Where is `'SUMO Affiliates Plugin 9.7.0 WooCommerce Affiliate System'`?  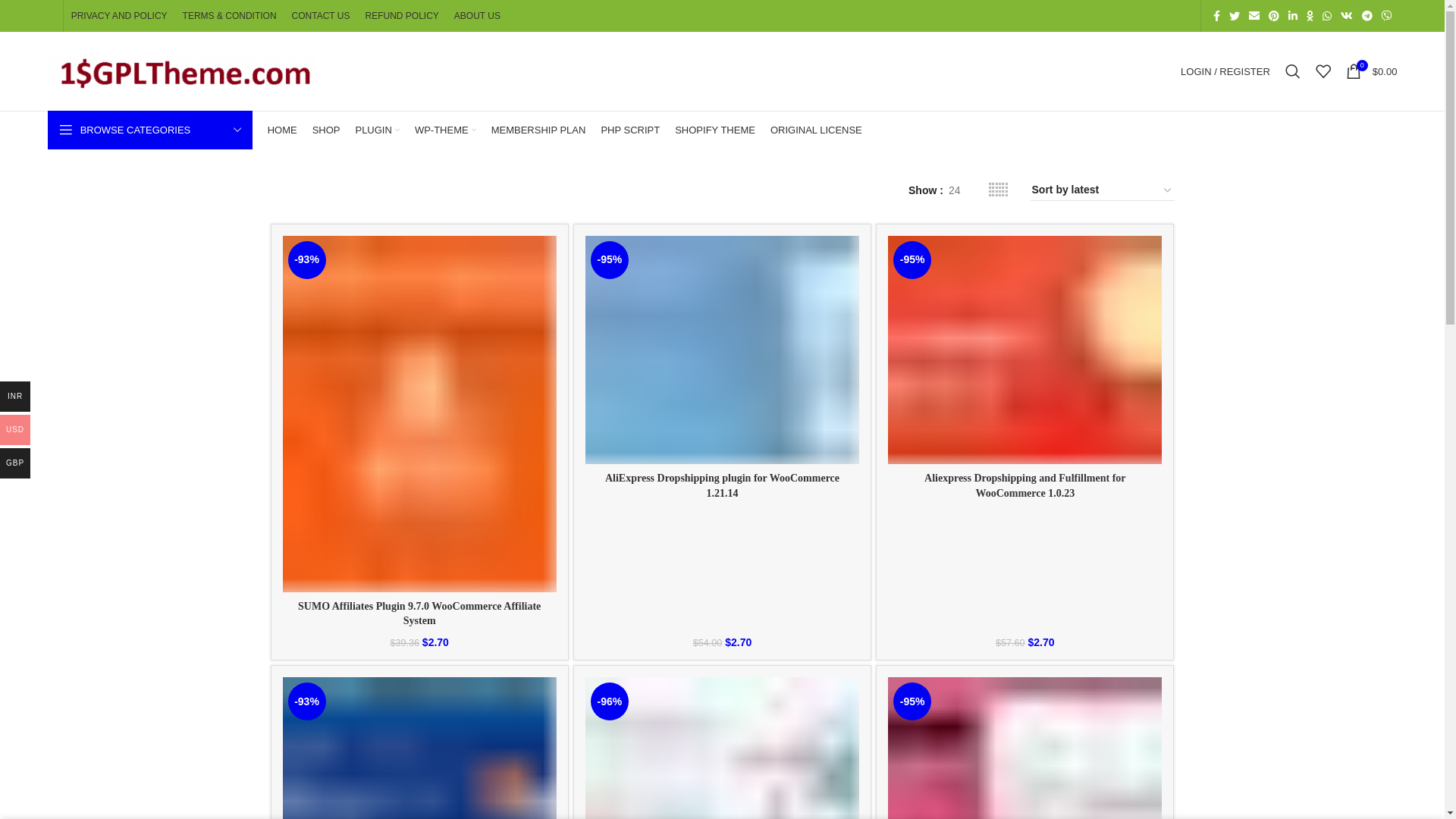 'SUMO Affiliates Plugin 9.7.0 WooCommerce Affiliate System' is located at coordinates (419, 613).